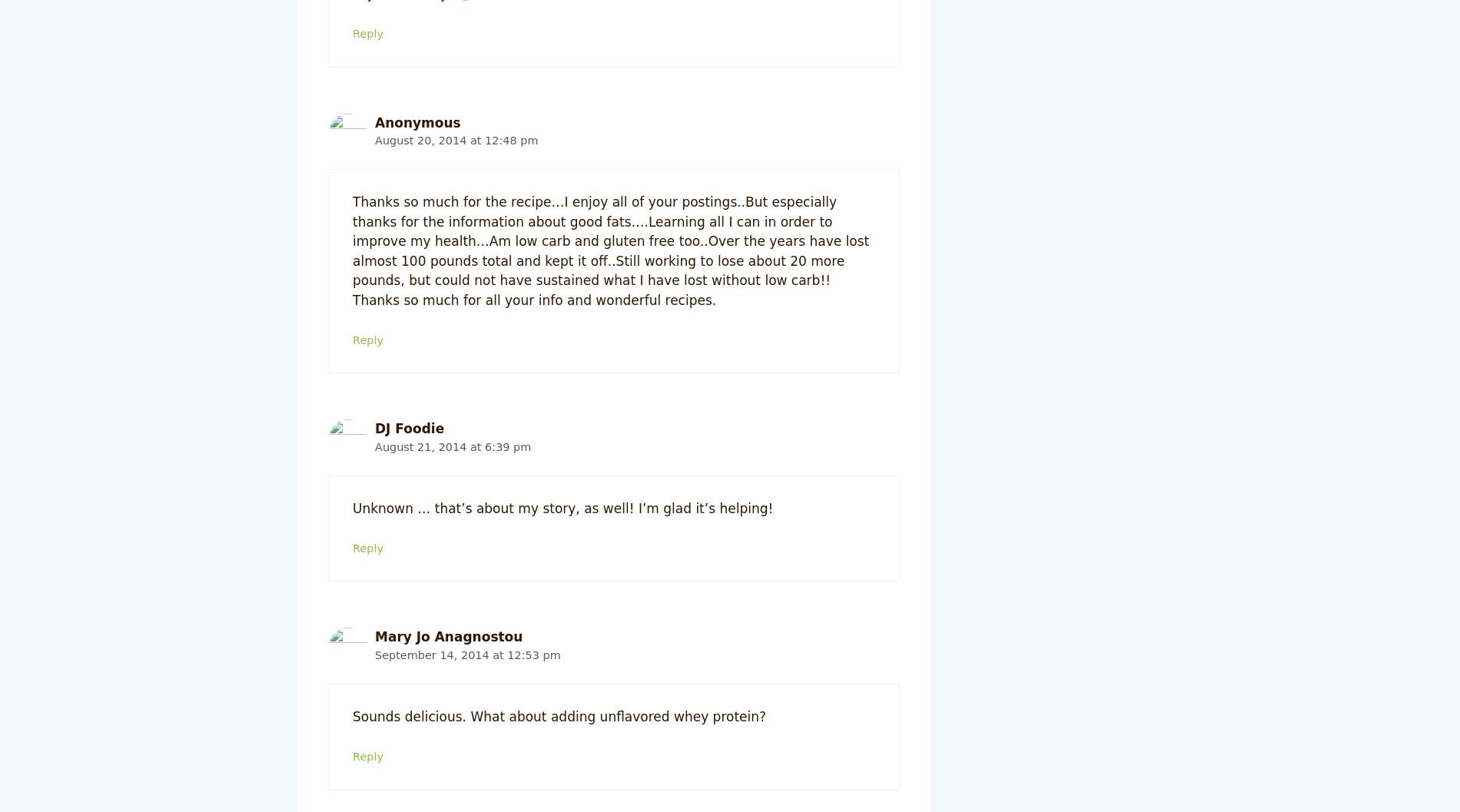  I want to click on 'Sounds delicious.  What about adding unflavored whey protein?', so click(352, 717).